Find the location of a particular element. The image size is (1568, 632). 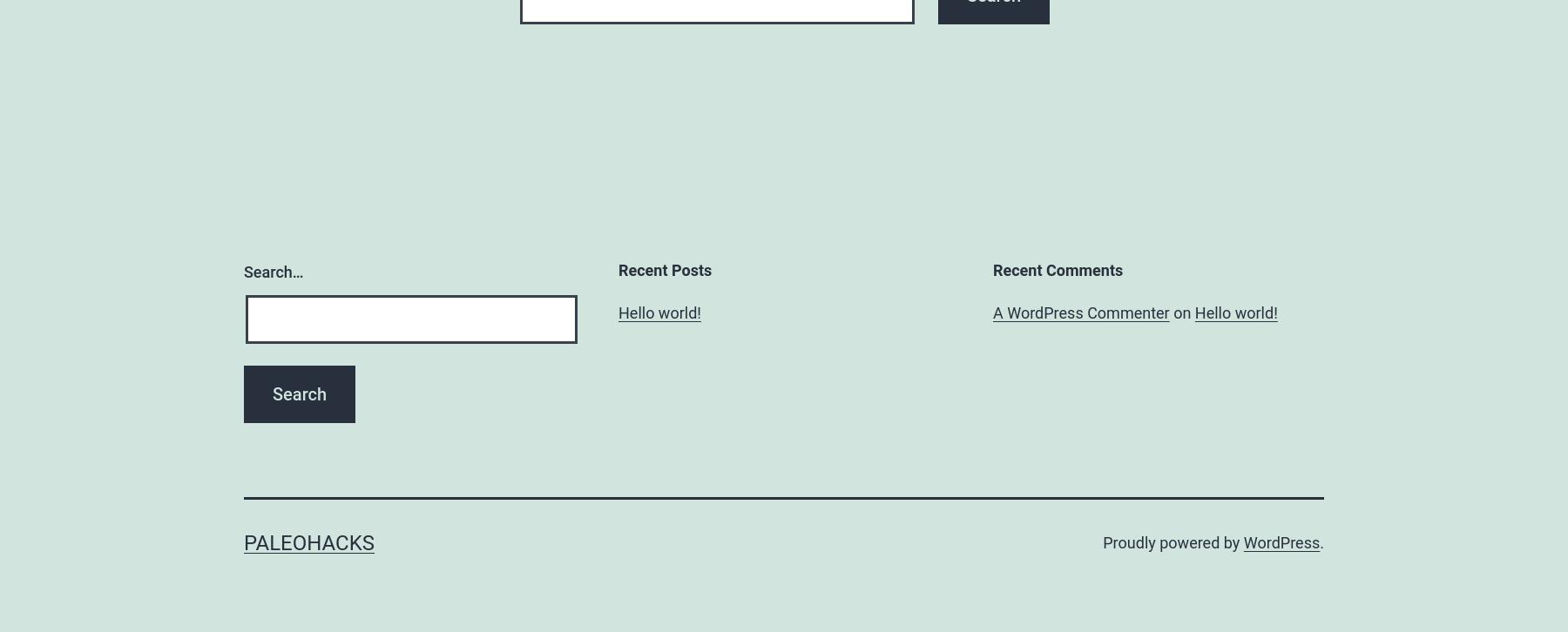

'.' is located at coordinates (1321, 541).